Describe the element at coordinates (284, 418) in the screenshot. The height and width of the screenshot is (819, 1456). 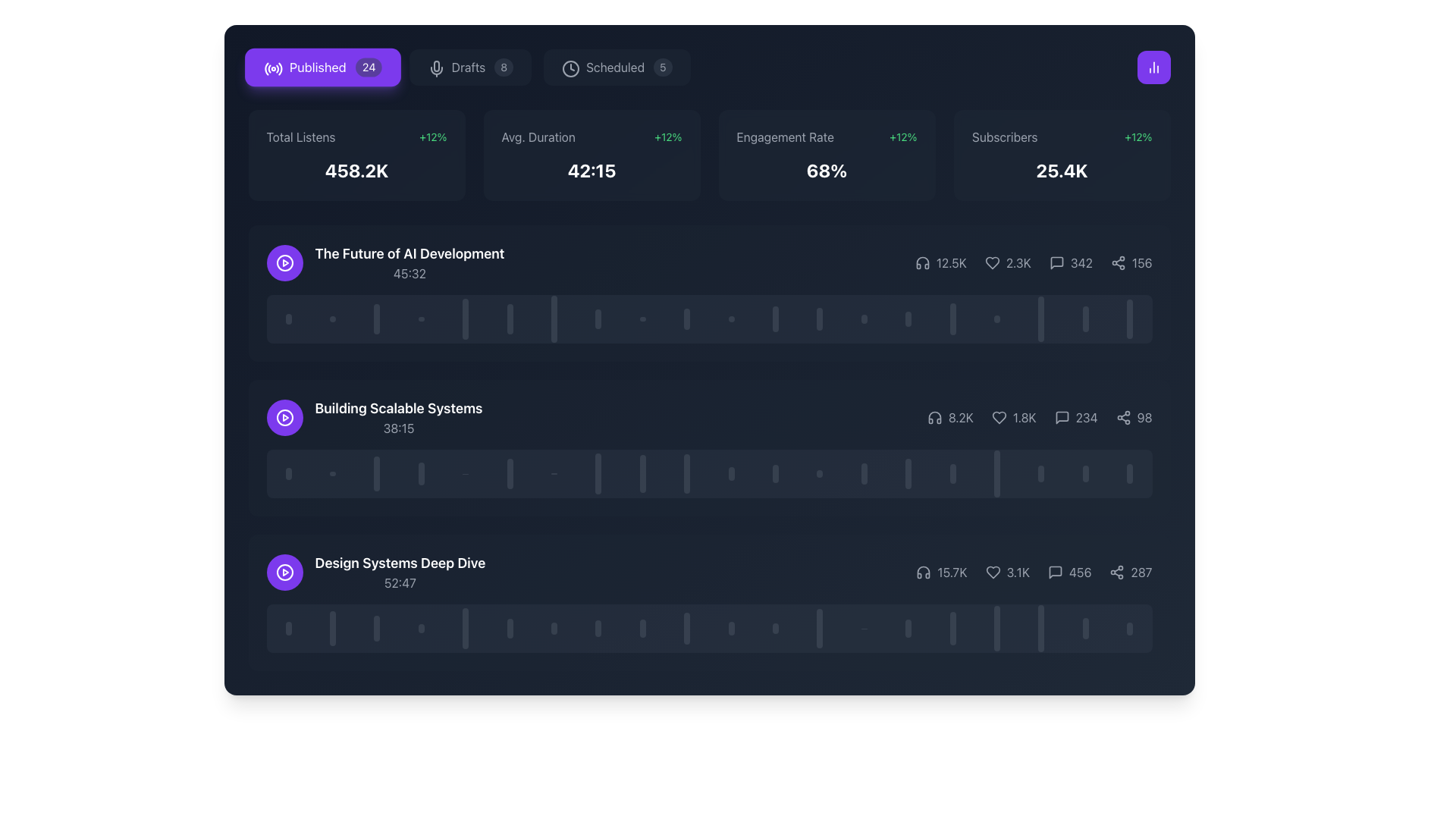
I see `the play icon button, which is a white triangle inside a circular outline against a purple background, located to the left of the 'Design Systems Deep Dive' item` at that location.